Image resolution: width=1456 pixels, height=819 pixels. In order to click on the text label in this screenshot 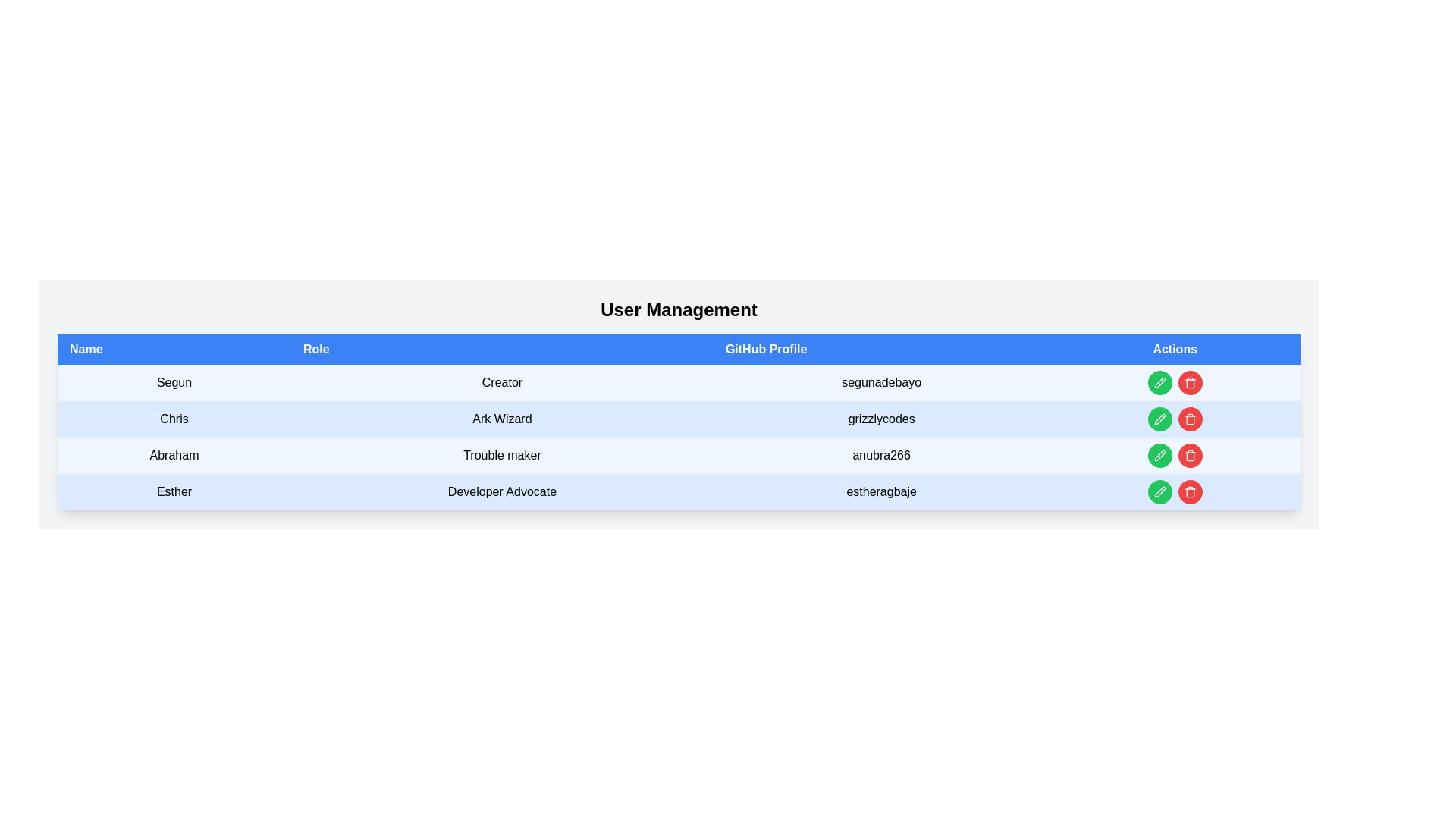, I will do `click(502, 419)`.